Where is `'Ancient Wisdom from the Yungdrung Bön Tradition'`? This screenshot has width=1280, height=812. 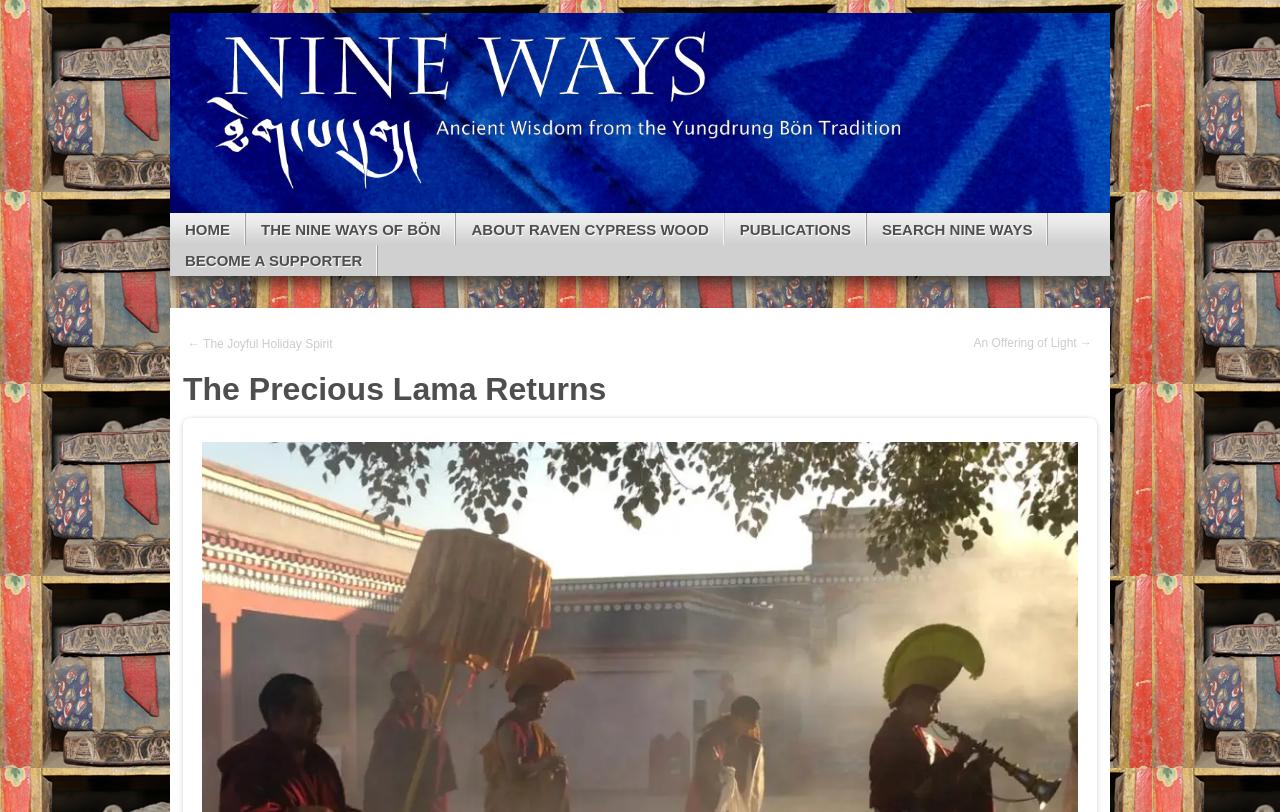 'Ancient Wisdom from the Yungdrung Bön Tradition' is located at coordinates (415, 91).